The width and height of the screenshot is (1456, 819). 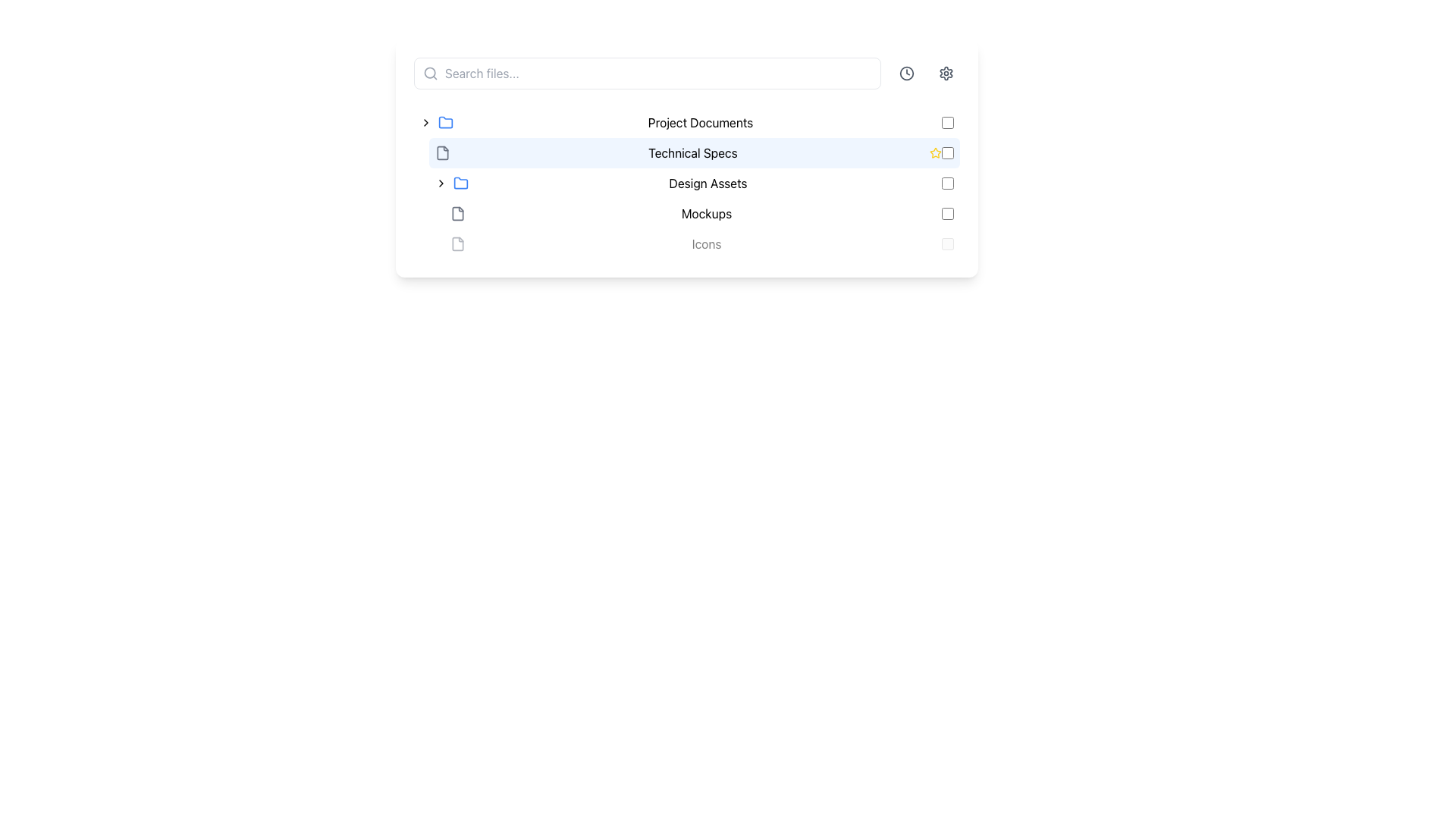 I want to click on the icon representing a file, located to the left of the text 'Mockups', so click(x=457, y=213).